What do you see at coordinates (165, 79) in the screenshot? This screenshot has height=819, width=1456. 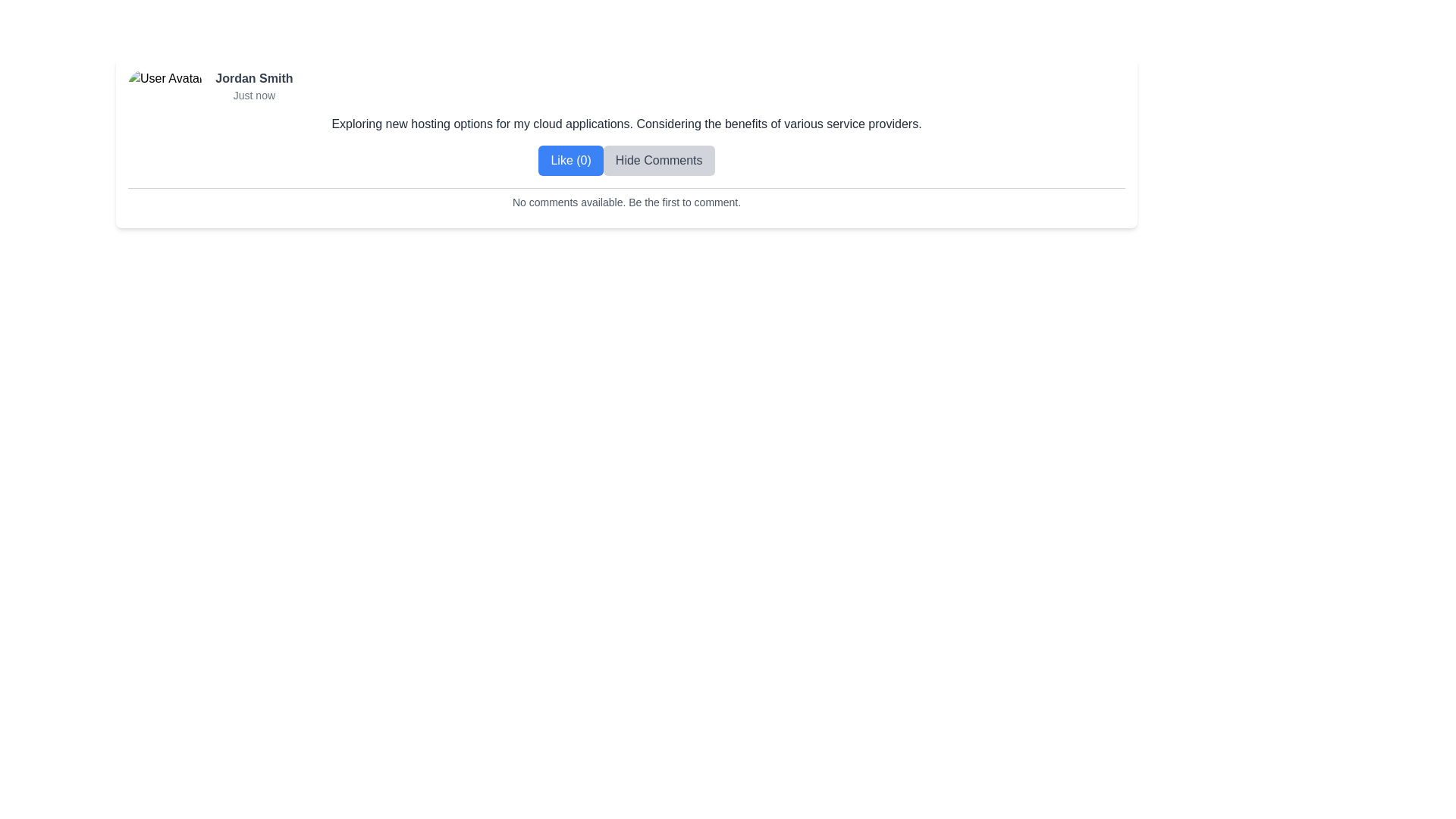 I see `the circular user avatar image that has the alt text 'User Avatar', located to the left of the text element displaying 'Jordan Smith'` at bounding box center [165, 79].